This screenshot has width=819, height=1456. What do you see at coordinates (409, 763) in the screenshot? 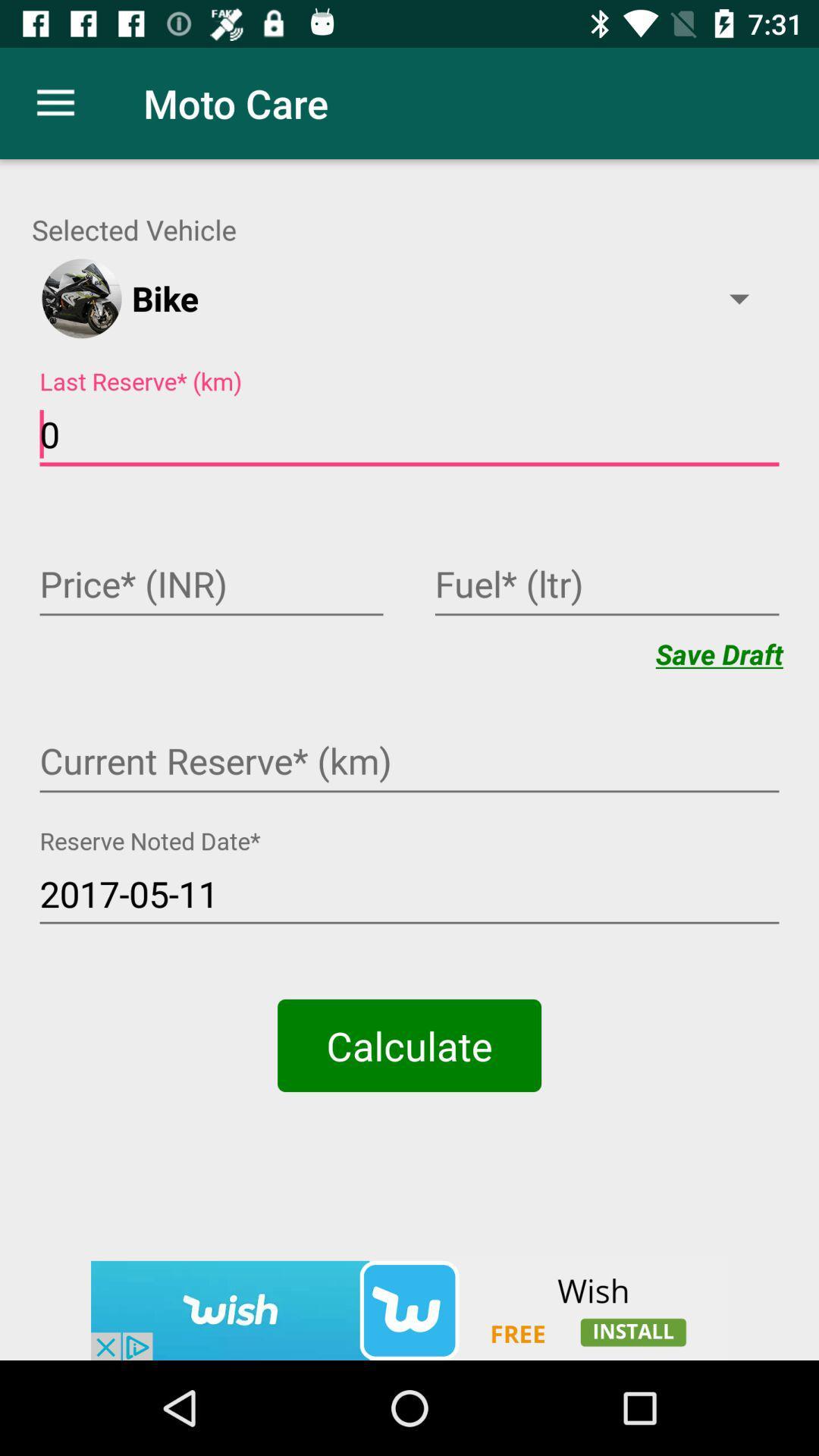
I see `open current reserve text box` at bounding box center [409, 763].